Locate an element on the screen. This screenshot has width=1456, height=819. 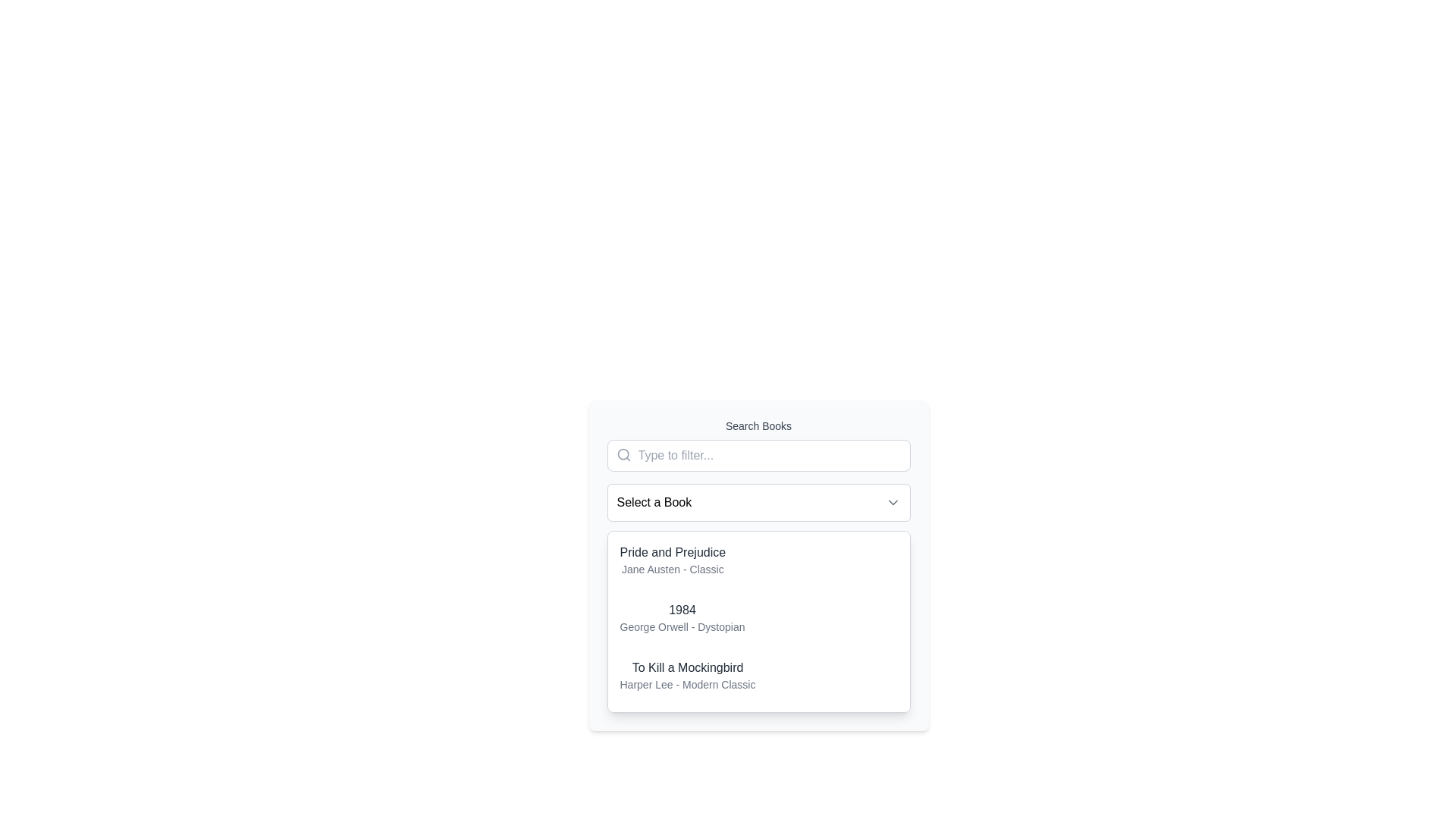
the supporting text element that describes the book title '1984', which is positioned below the title and between 'Pride and Prejudice' and 'To Kill a Mockingbird' is located at coordinates (681, 626).